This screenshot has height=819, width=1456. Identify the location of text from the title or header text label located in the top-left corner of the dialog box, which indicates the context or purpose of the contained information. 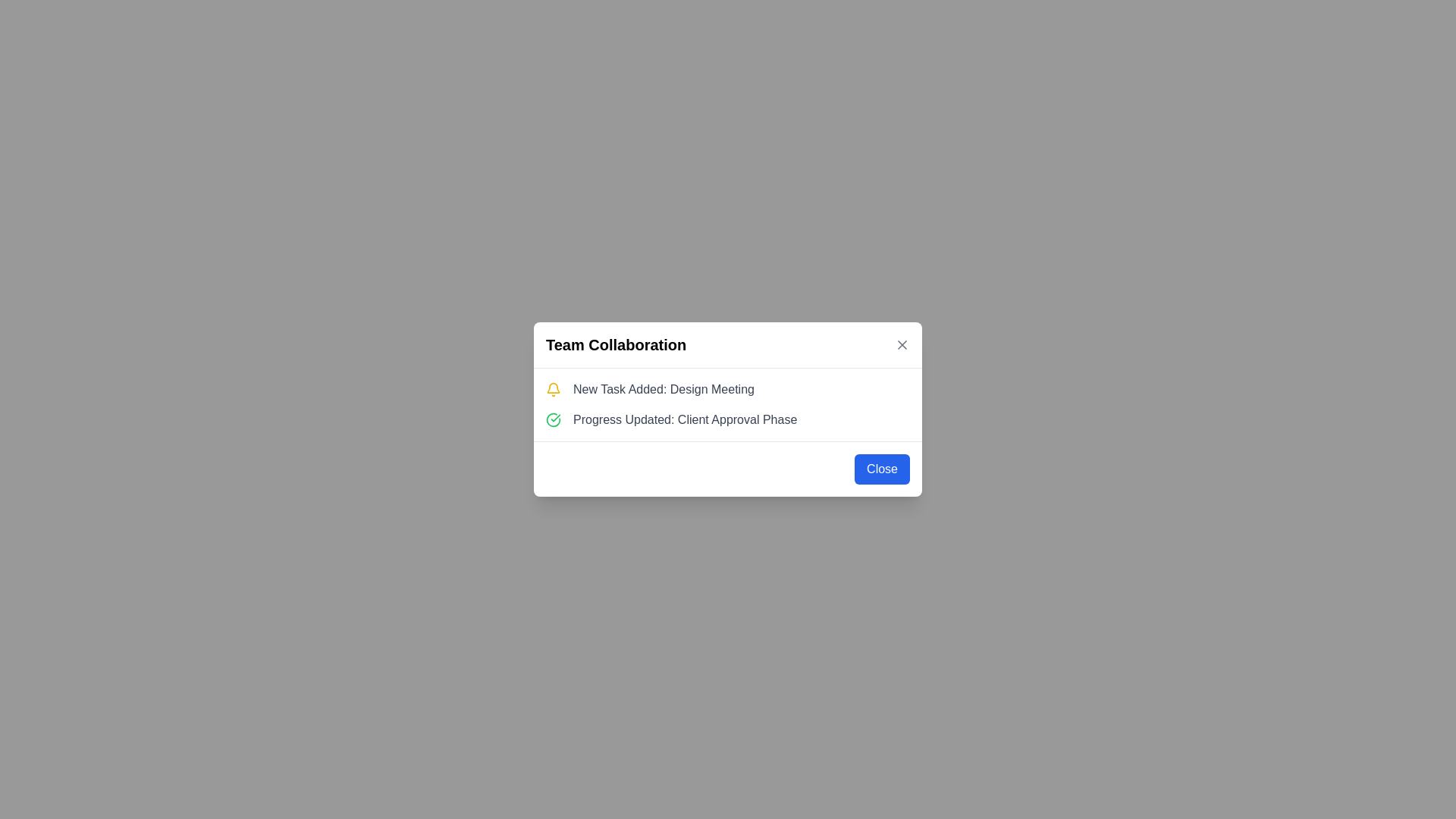
(616, 345).